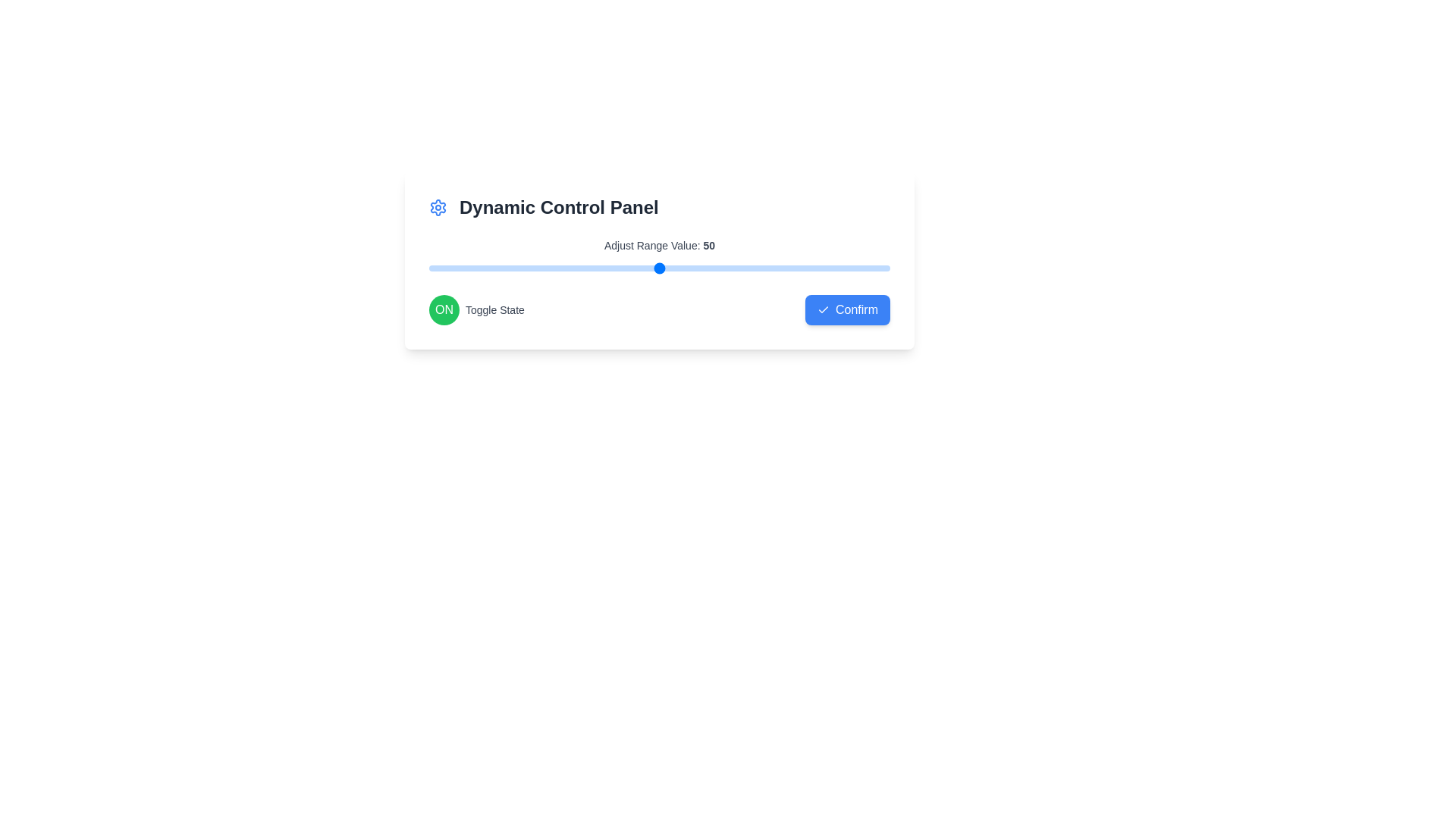 The height and width of the screenshot is (819, 1456). Describe the element at coordinates (789, 268) in the screenshot. I see `the range value` at that location.